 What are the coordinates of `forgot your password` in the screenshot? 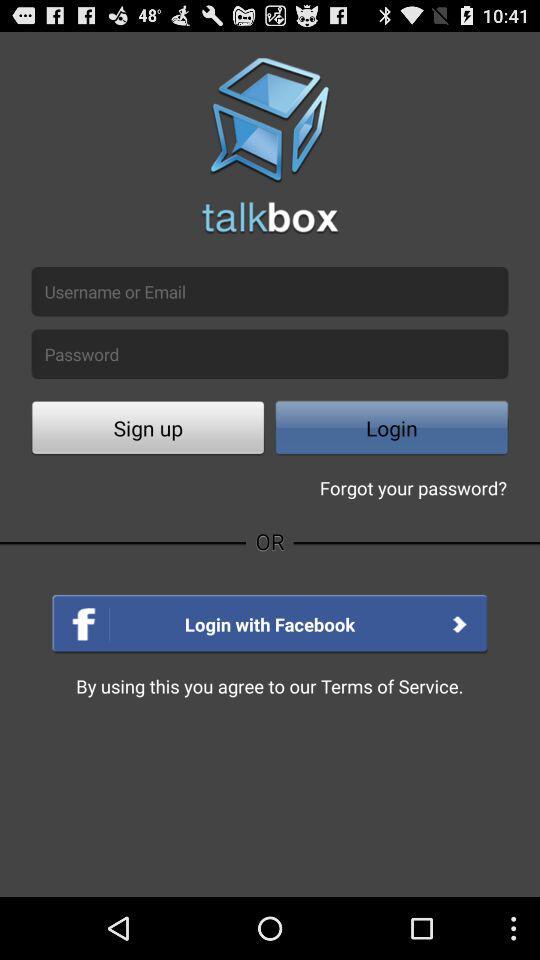 It's located at (412, 486).